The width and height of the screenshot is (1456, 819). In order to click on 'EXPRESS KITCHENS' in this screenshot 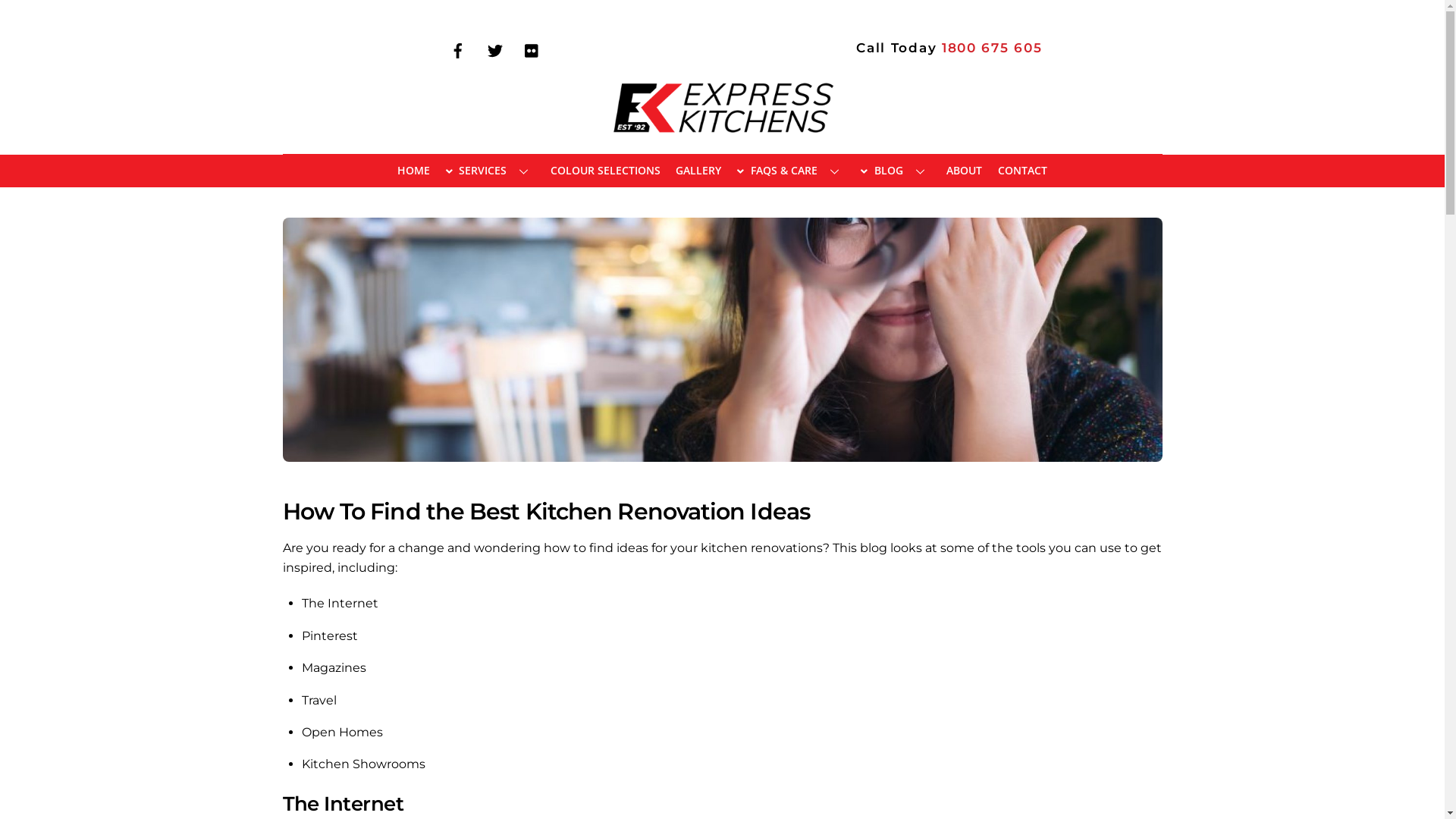, I will do `click(720, 132)`.